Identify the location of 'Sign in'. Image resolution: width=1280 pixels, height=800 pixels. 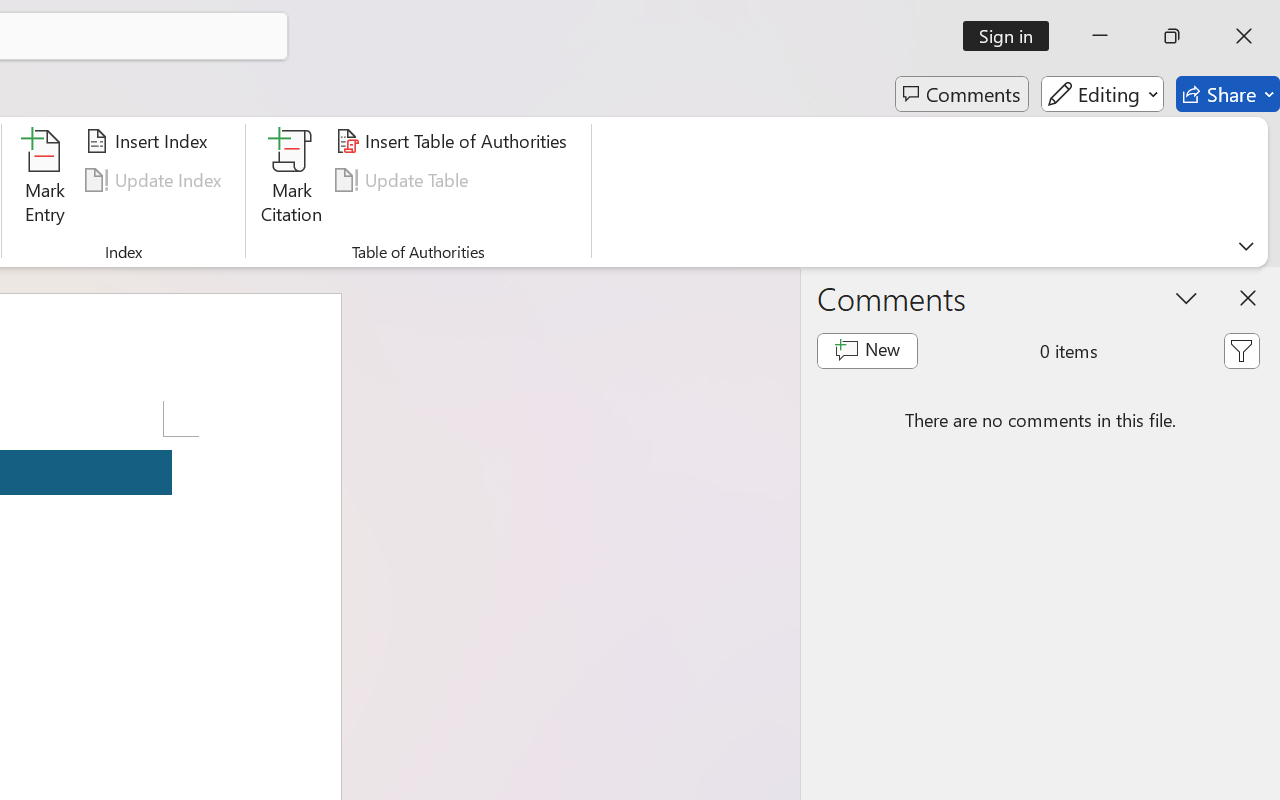
(1013, 35).